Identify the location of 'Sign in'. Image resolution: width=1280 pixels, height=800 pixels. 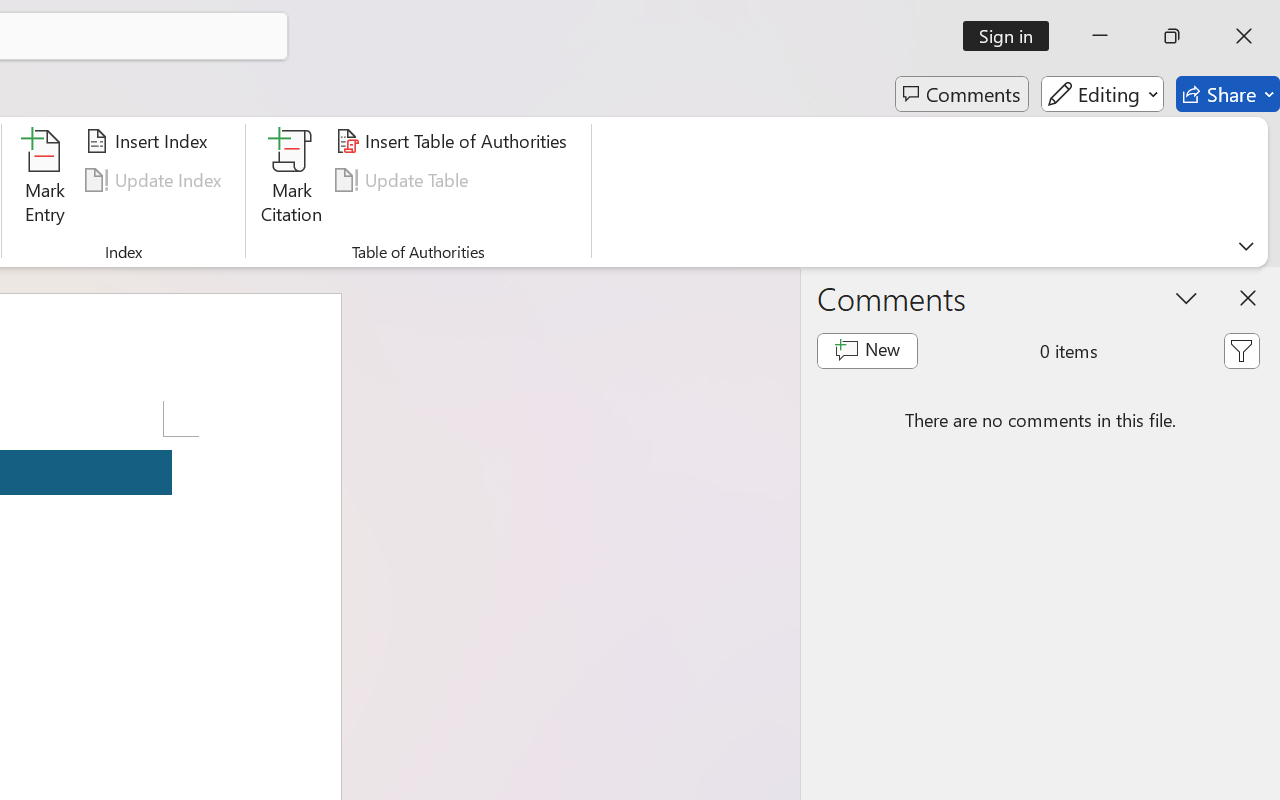
(1013, 35).